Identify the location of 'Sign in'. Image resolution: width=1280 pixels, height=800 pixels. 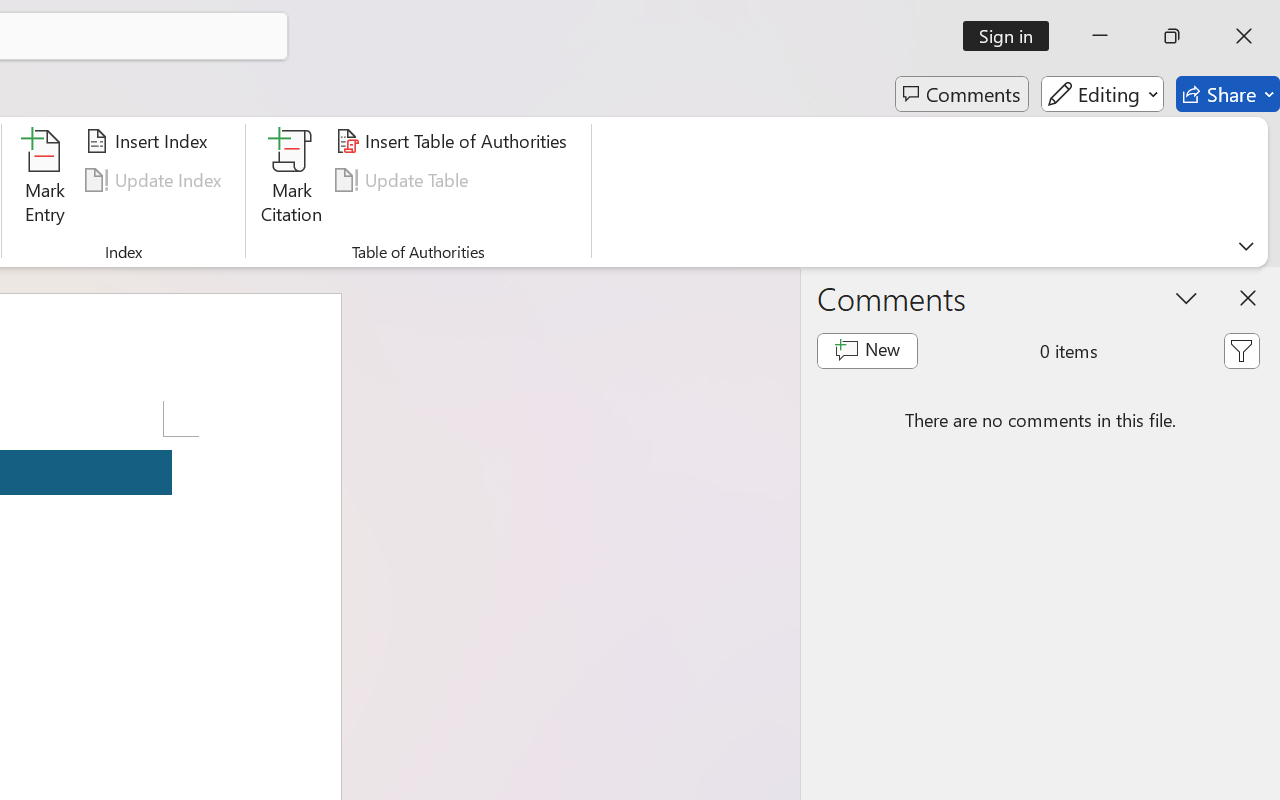
(1013, 35).